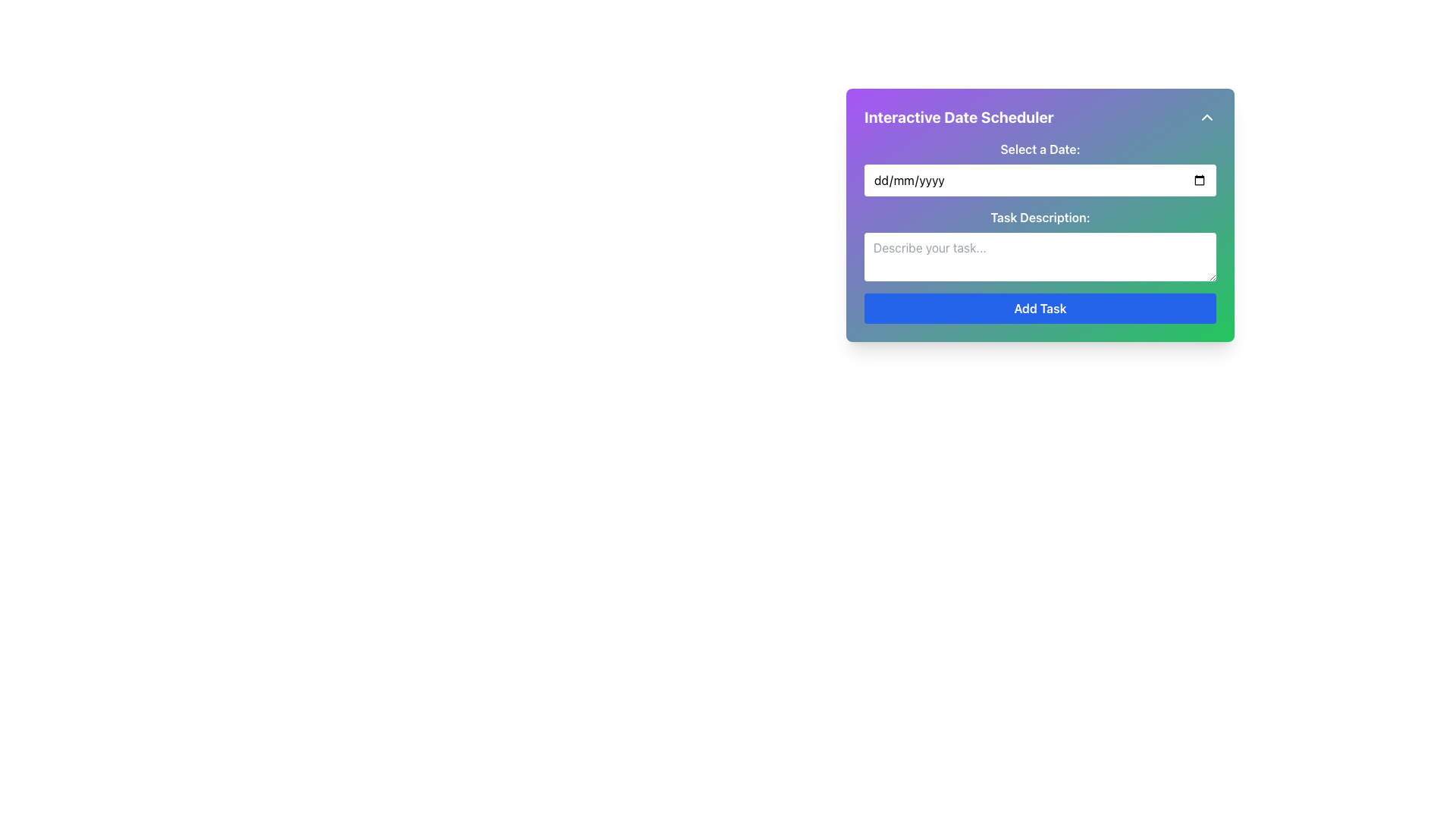 Image resolution: width=1456 pixels, height=819 pixels. What do you see at coordinates (1040, 149) in the screenshot?
I see `the static text label that indicates the associated date input field in the 'Interactive Date Scheduler' panel` at bounding box center [1040, 149].